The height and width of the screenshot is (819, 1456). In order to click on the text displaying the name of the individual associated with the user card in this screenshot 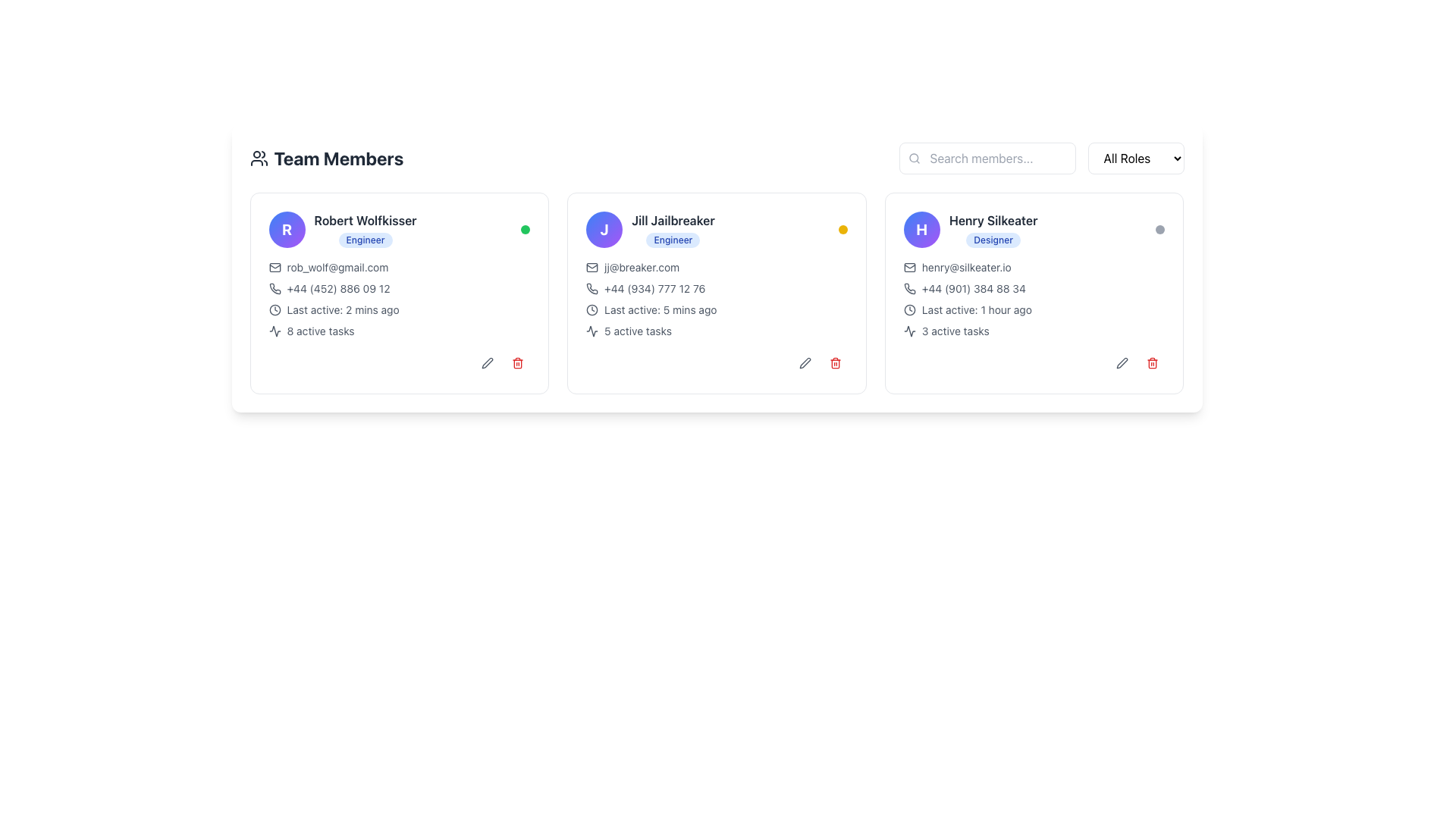, I will do `click(993, 220)`.